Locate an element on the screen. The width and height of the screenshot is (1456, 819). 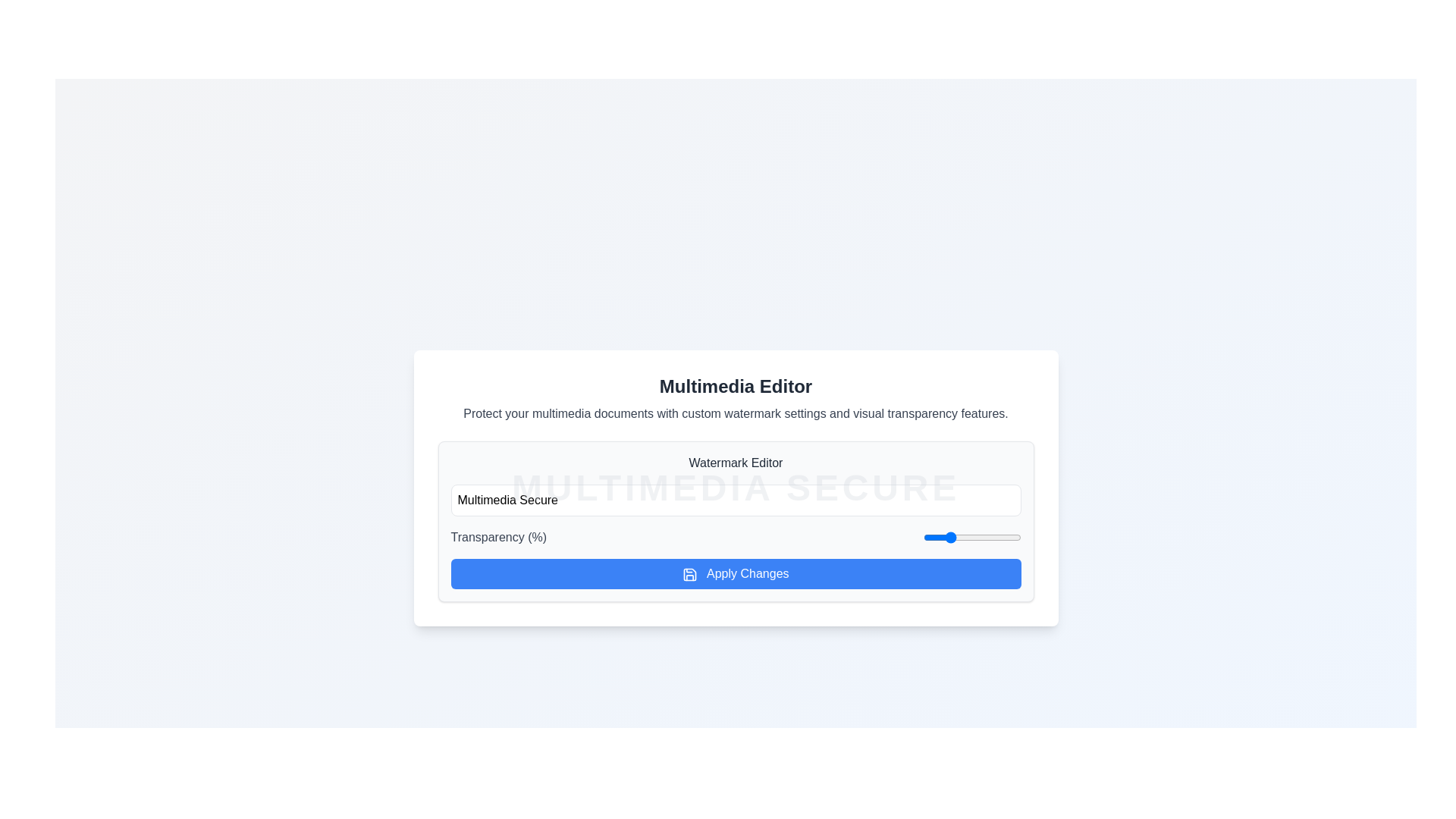
the transparency slider is located at coordinates (937, 537).